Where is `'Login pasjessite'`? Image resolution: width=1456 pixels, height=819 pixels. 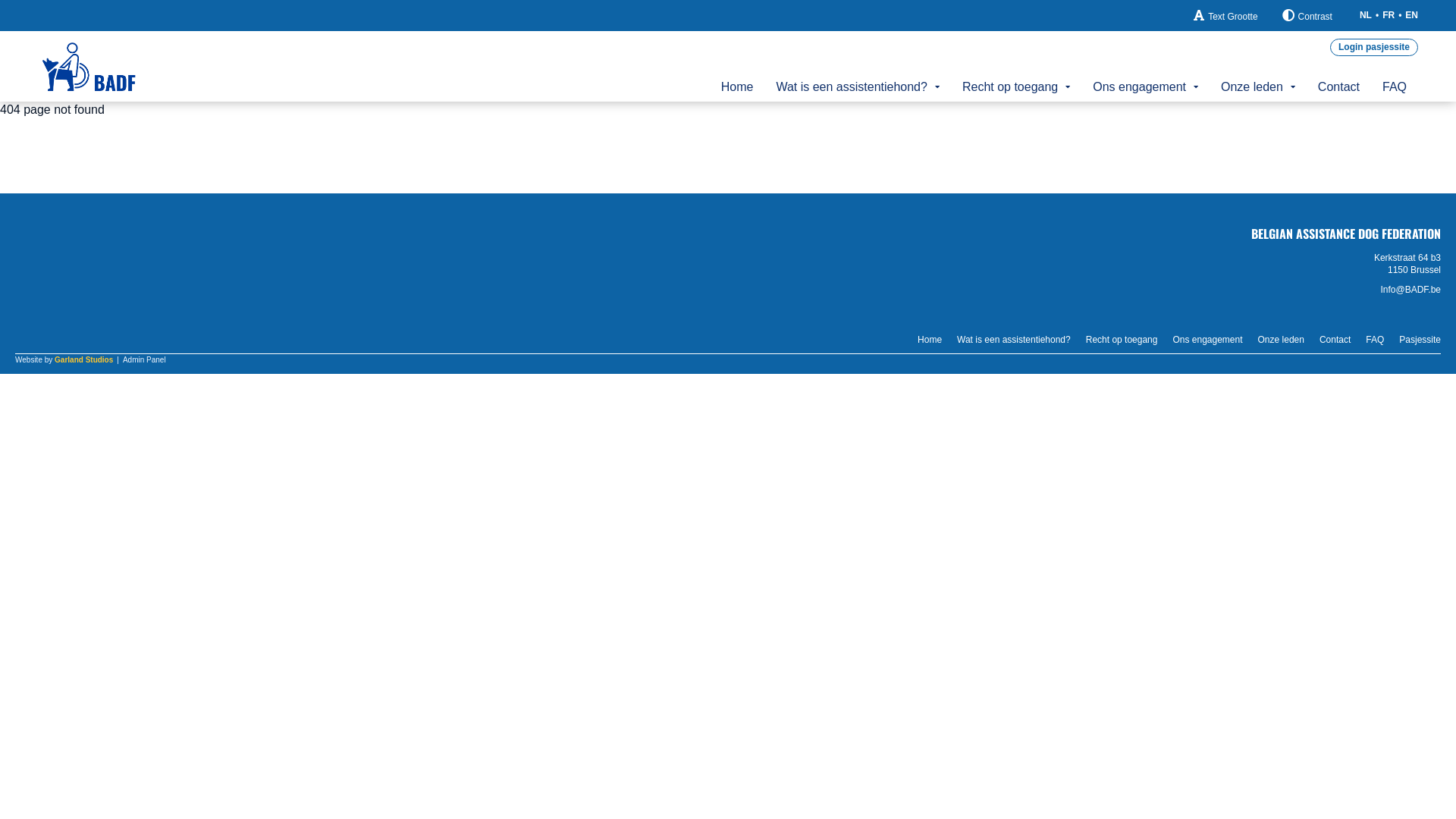
'Login pasjessite' is located at coordinates (1329, 46).